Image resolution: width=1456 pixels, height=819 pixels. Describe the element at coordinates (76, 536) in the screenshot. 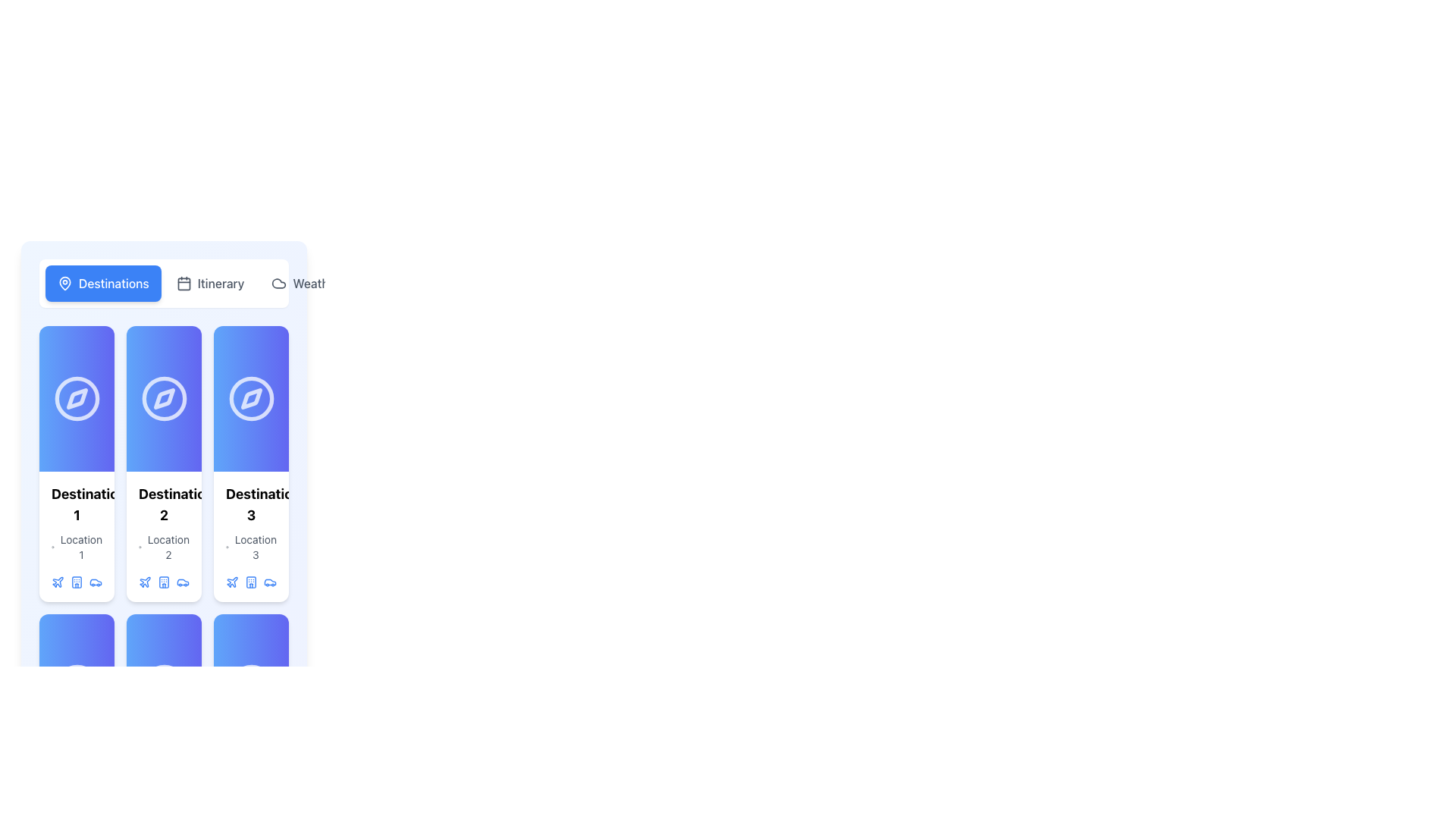

I see `the text block displaying the title 'Destination 1' and subtitle 'Location 1', which is located at the bottom section of the first card in a vertically stacked details section` at that location.